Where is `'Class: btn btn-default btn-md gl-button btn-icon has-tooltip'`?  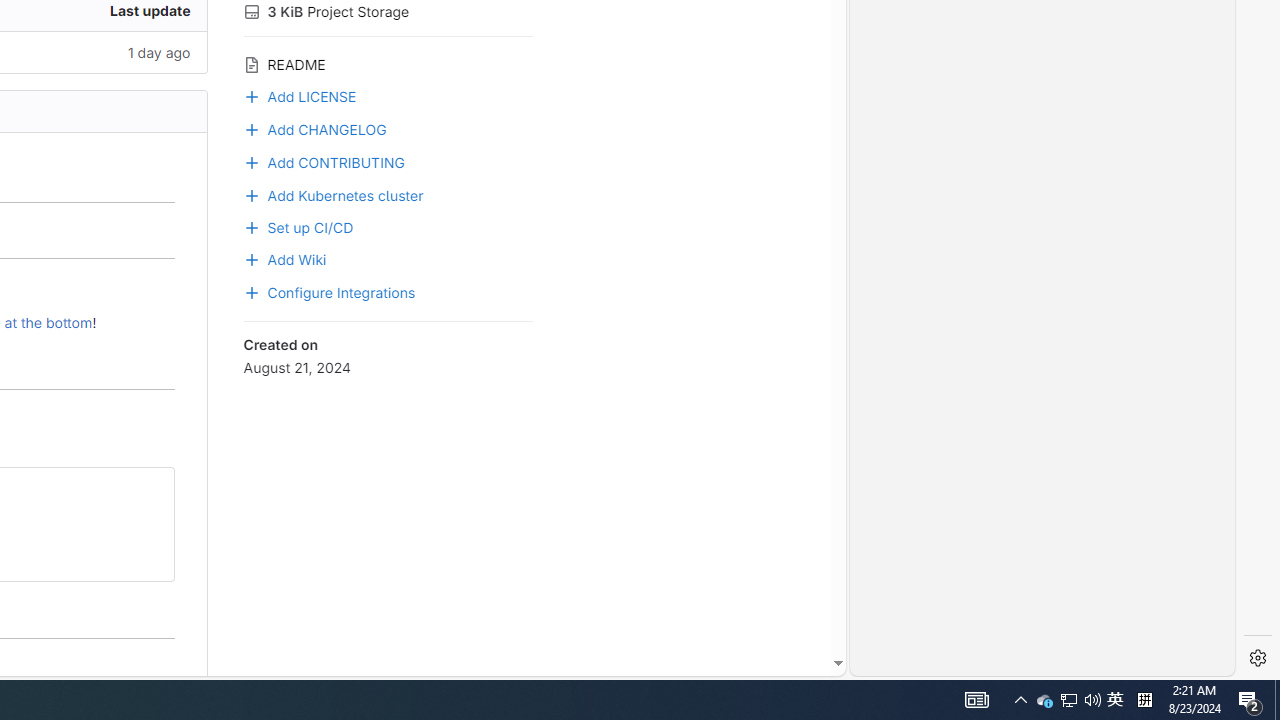
'Class: btn btn-default btn-md gl-button btn-icon has-tooltip' is located at coordinates (149, 489).